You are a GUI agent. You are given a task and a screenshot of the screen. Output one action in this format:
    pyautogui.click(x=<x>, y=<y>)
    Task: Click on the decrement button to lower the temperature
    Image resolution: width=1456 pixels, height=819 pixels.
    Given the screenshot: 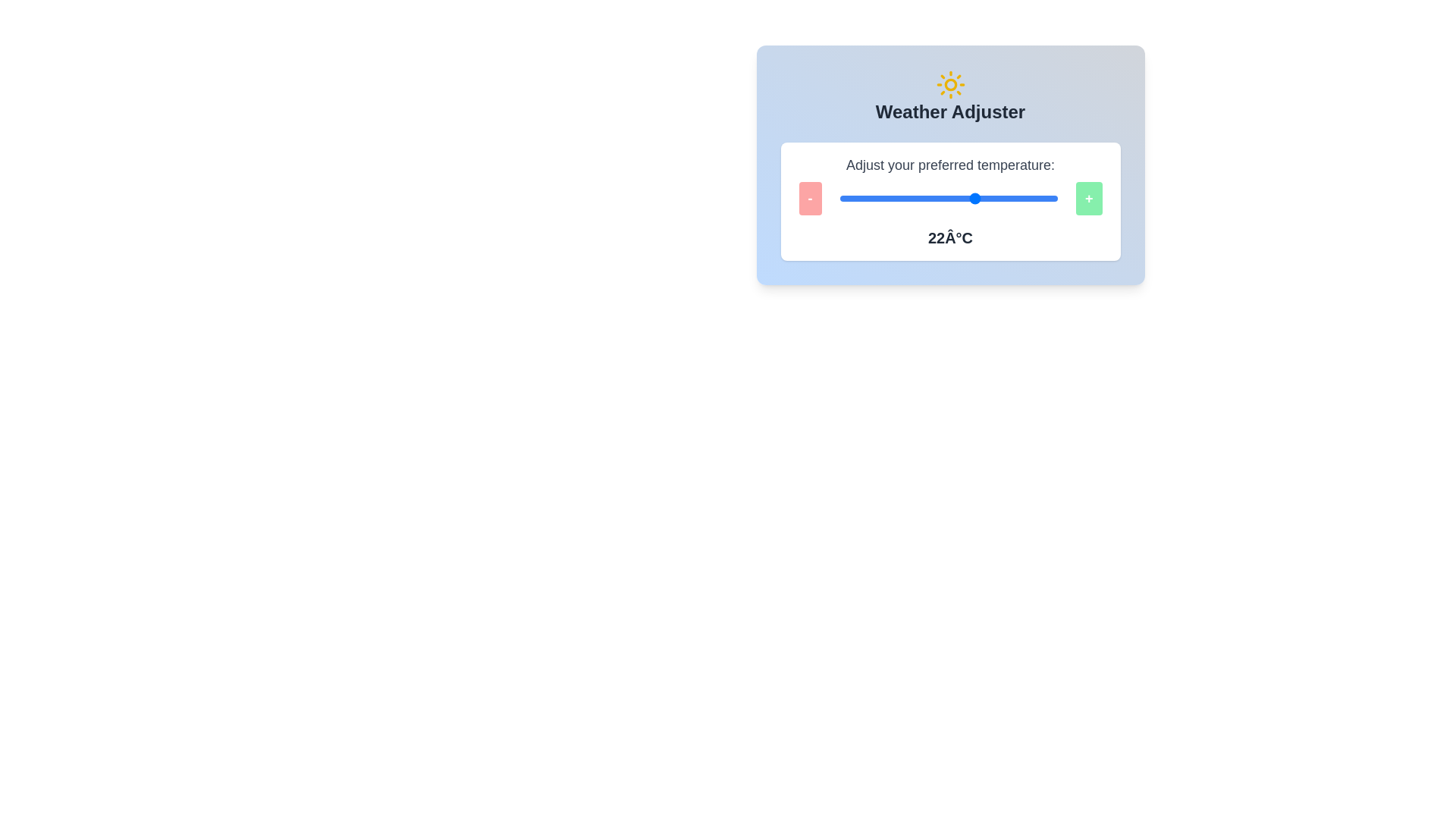 What is the action you would take?
    pyautogui.click(x=809, y=198)
    